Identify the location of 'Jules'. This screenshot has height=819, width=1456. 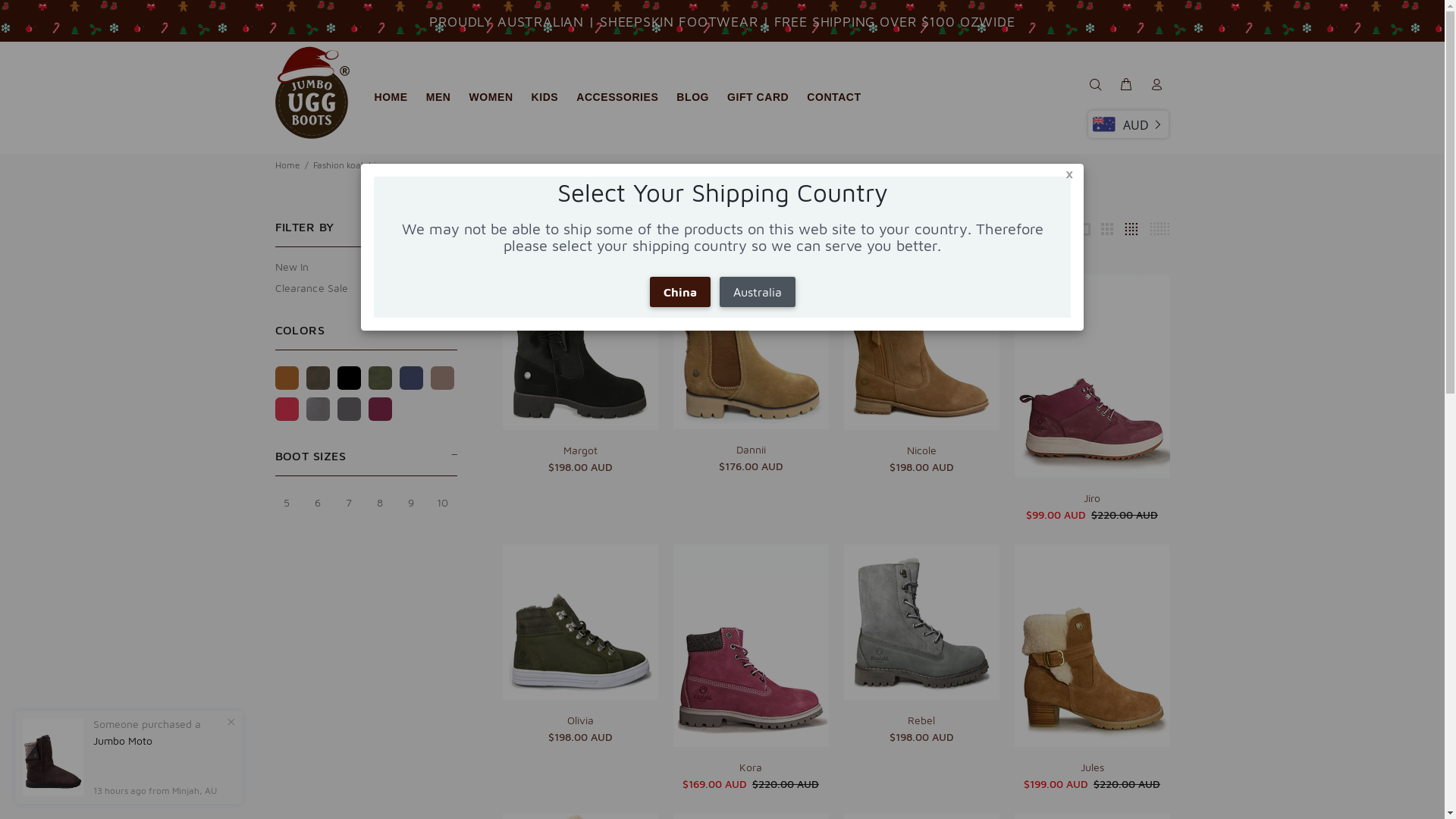
(1090, 767).